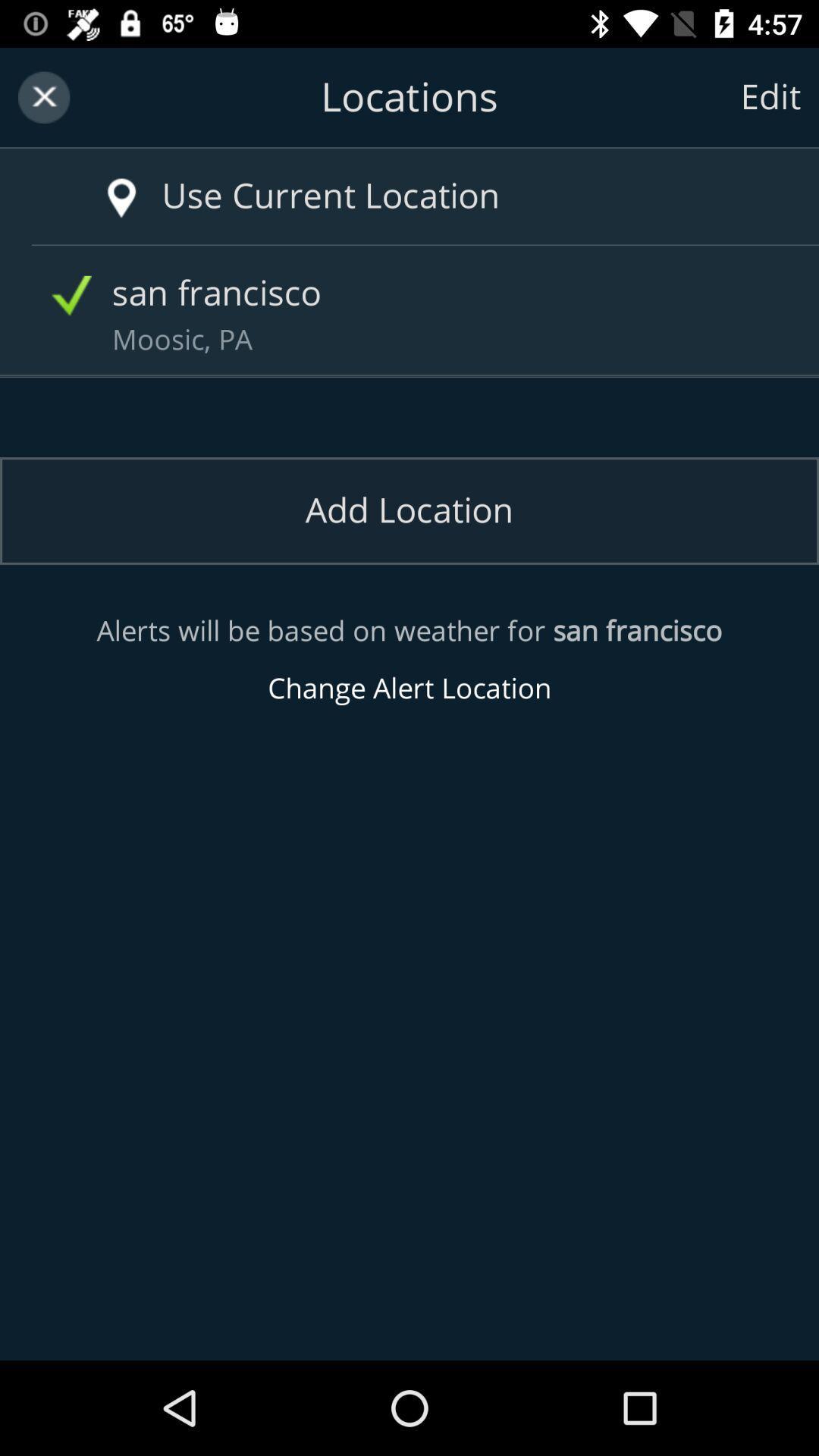  What do you see at coordinates (409, 96) in the screenshot?
I see `locations` at bounding box center [409, 96].